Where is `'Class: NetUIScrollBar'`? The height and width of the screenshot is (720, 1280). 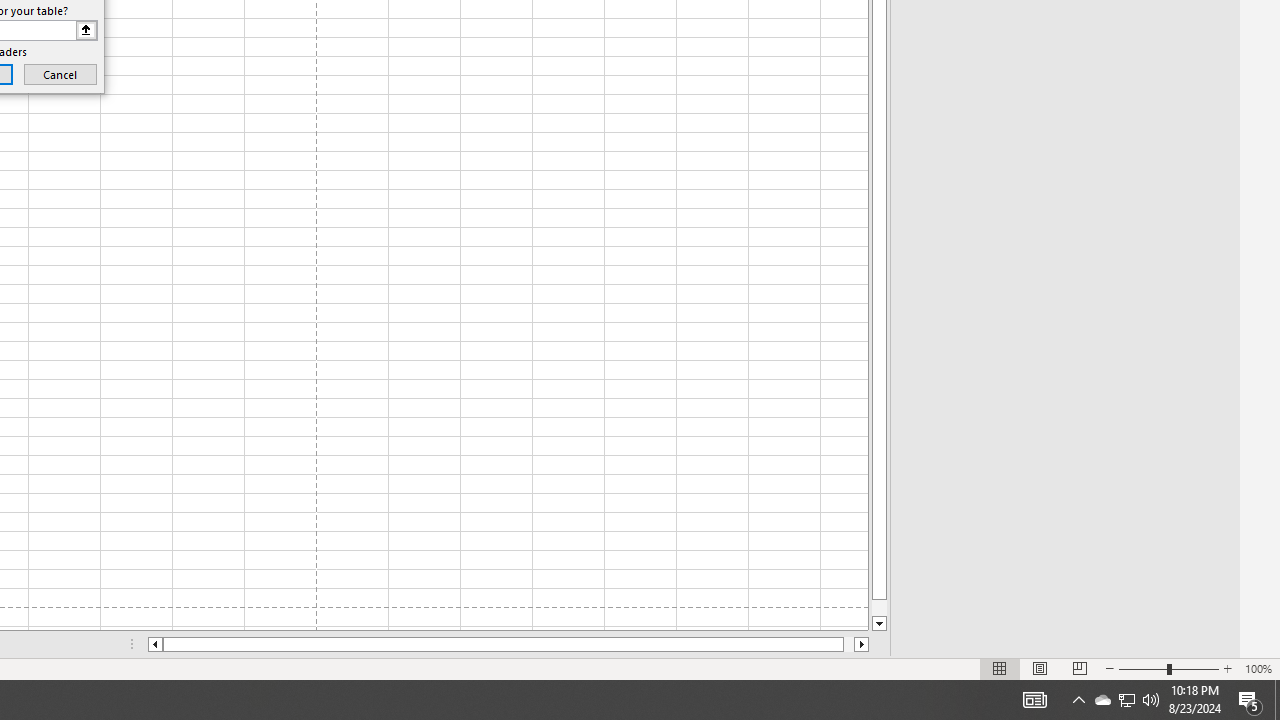 'Class: NetUIScrollBar' is located at coordinates (508, 644).